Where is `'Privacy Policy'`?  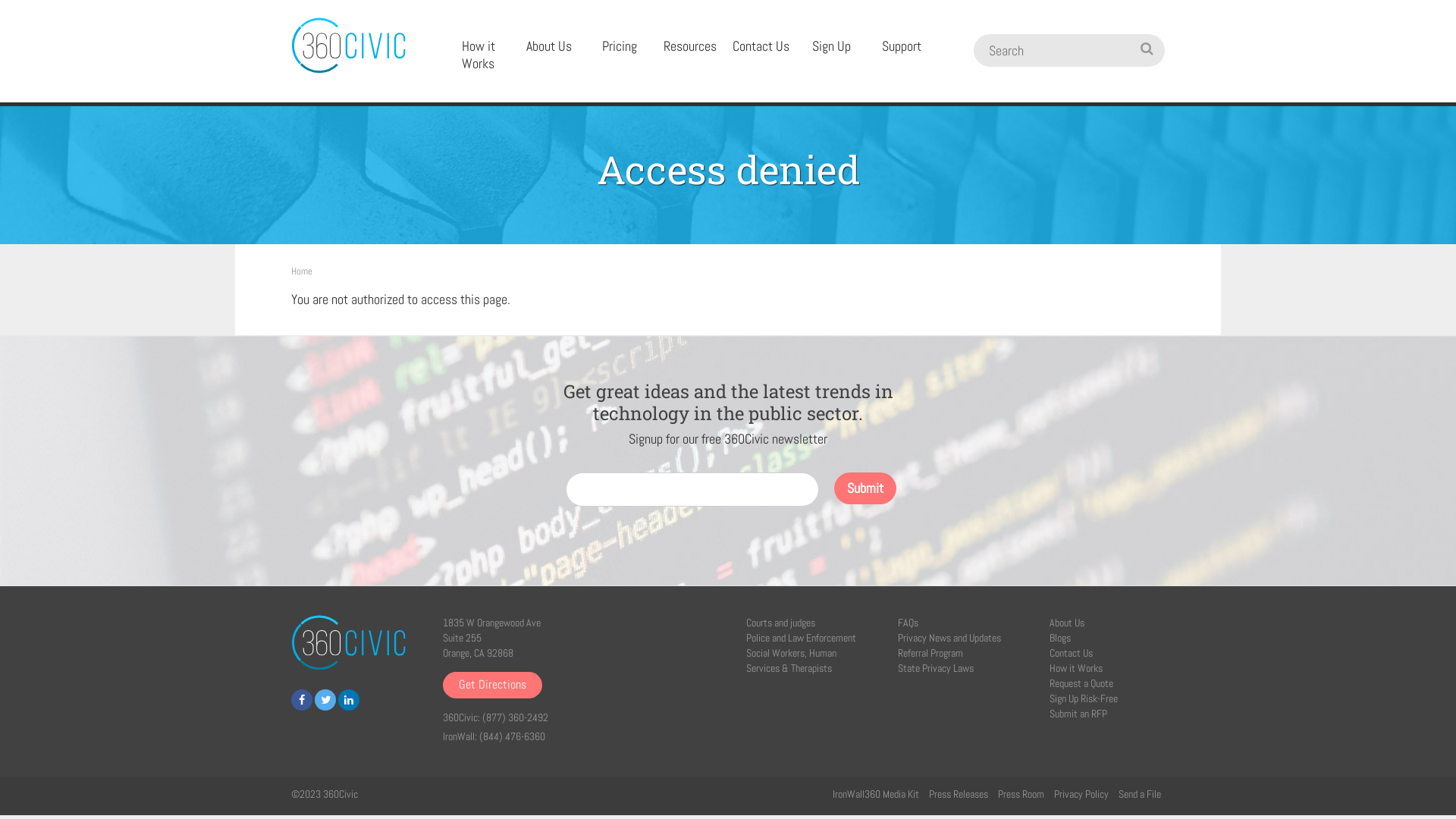
'Privacy Policy' is located at coordinates (1080, 792).